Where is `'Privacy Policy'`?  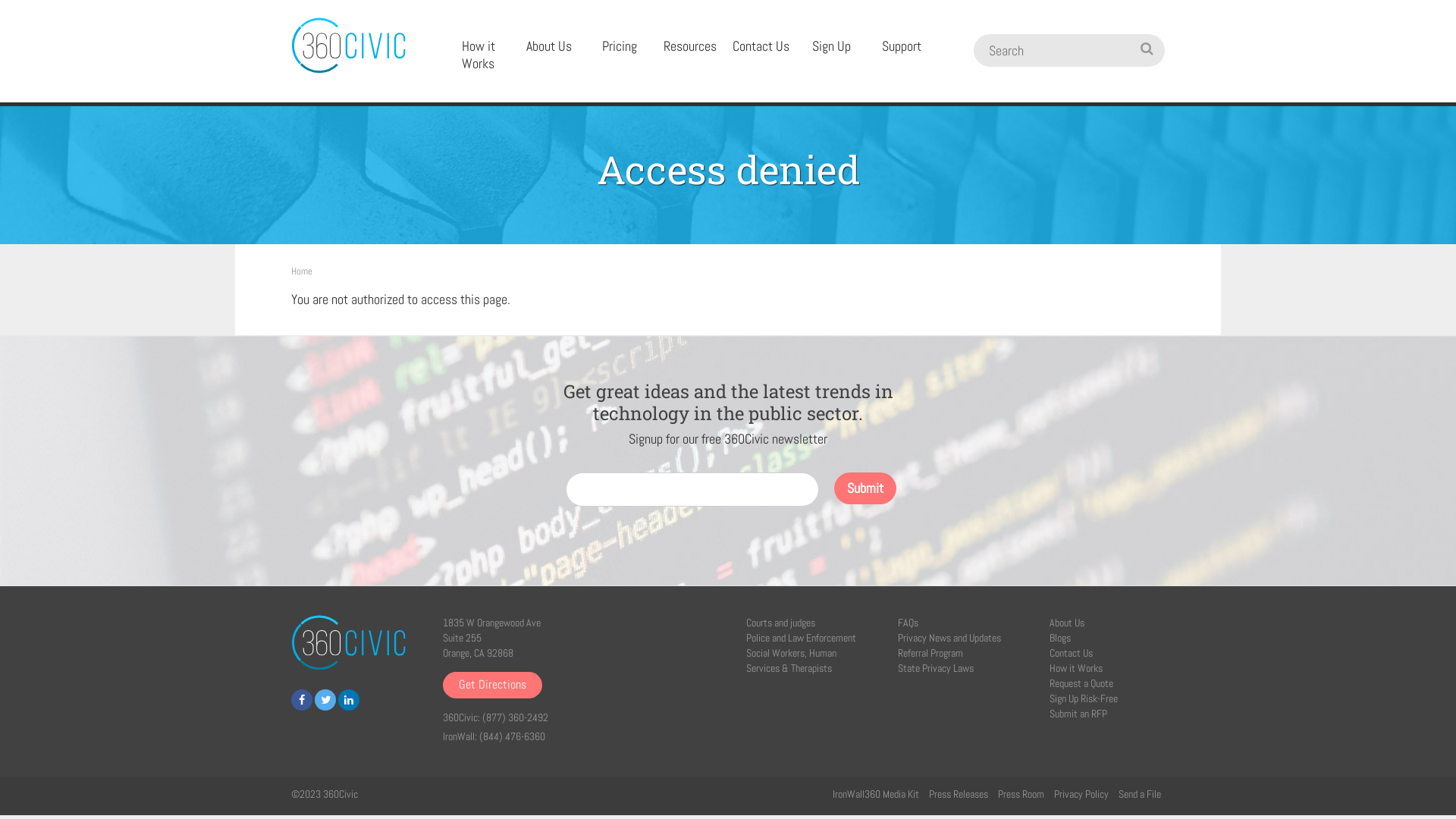
'Privacy Policy' is located at coordinates (1080, 792).